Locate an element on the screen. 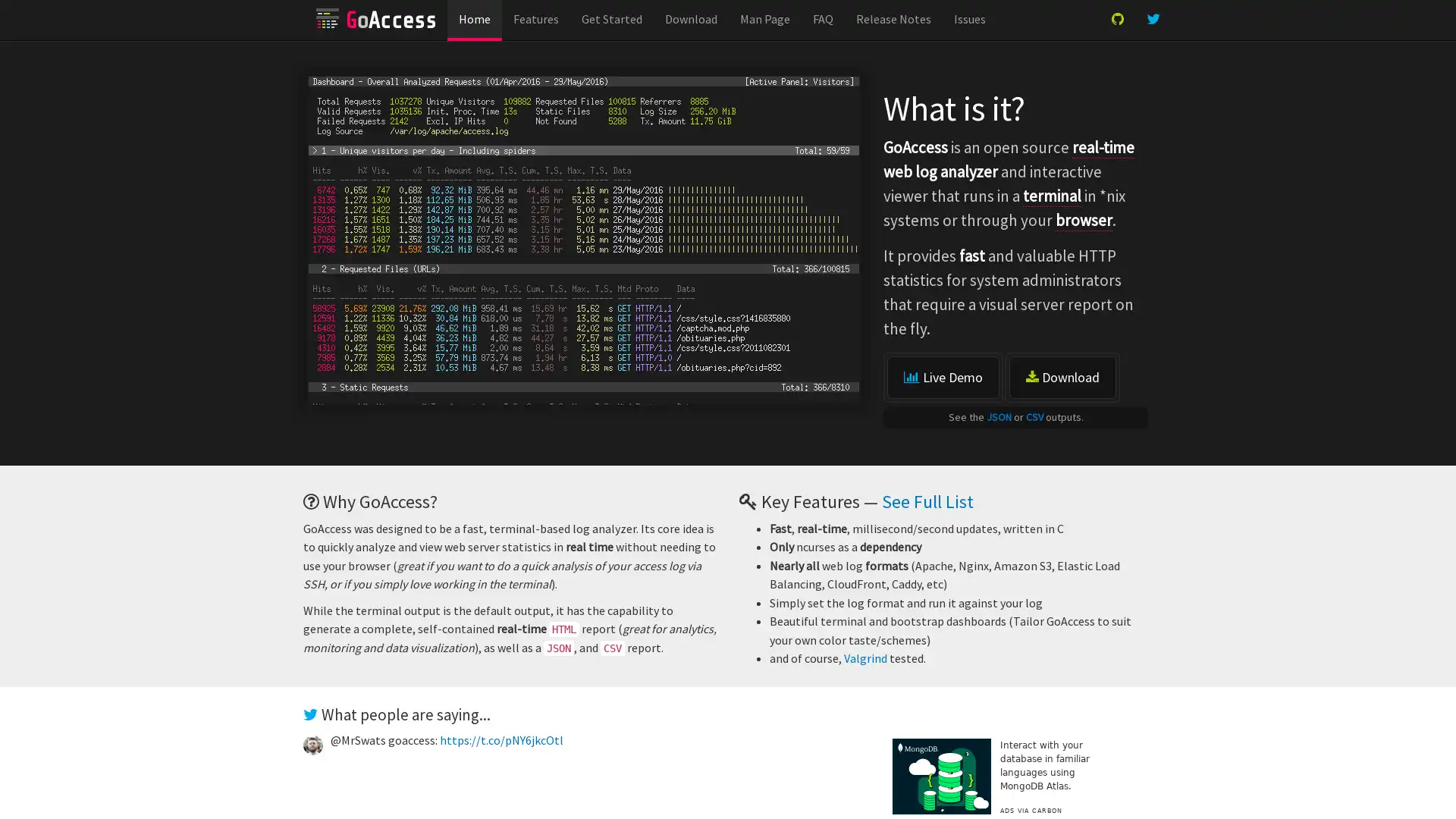 The height and width of the screenshot is (819, 1456). Live Demo is located at coordinates (942, 376).